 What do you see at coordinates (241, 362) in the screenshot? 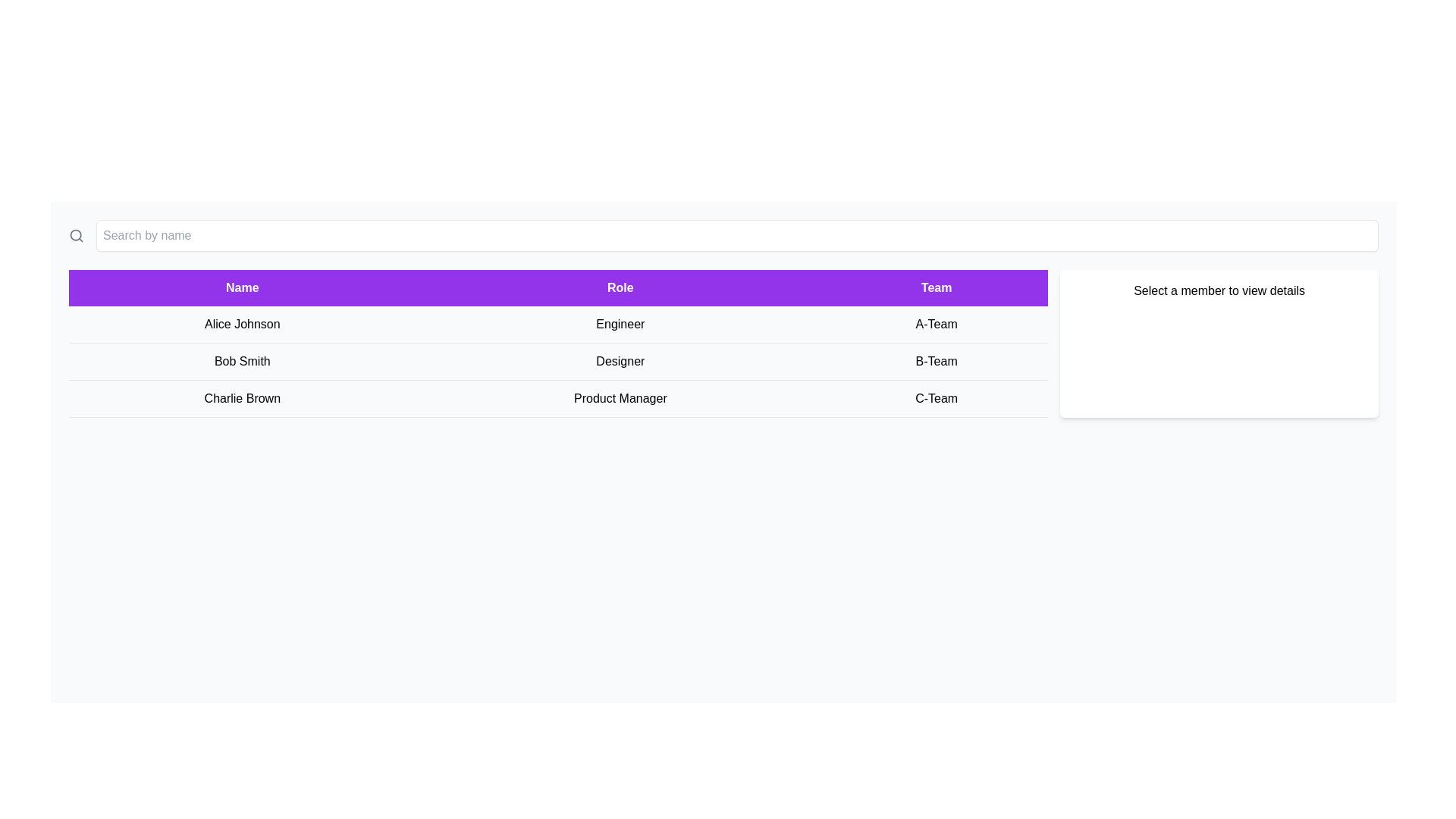
I see `the text label displaying 'Bob Smith'` at bounding box center [241, 362].